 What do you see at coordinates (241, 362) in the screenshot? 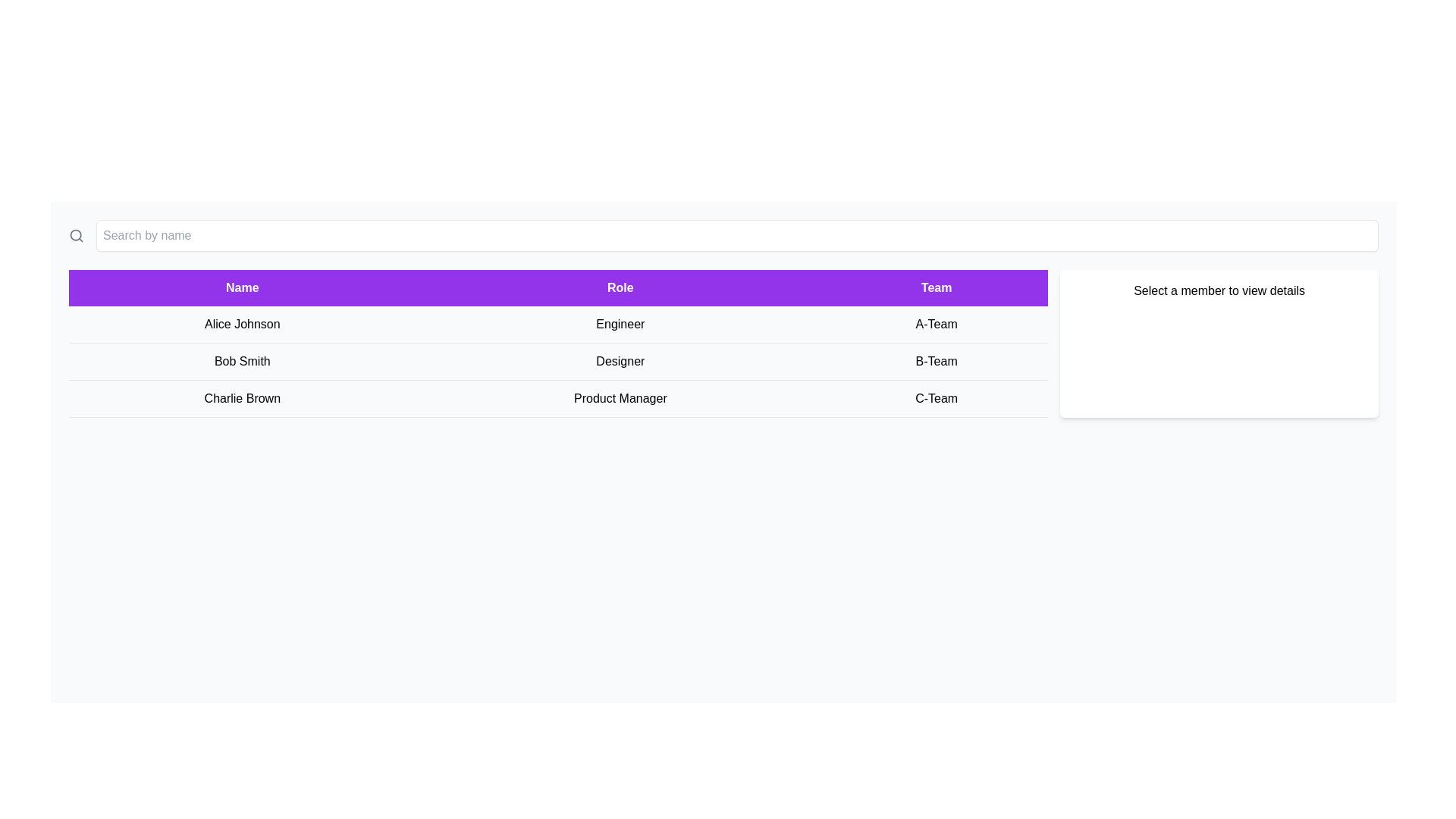
I see `the text label displaying 'Bob Smith'` at bounding box center [241, 362].